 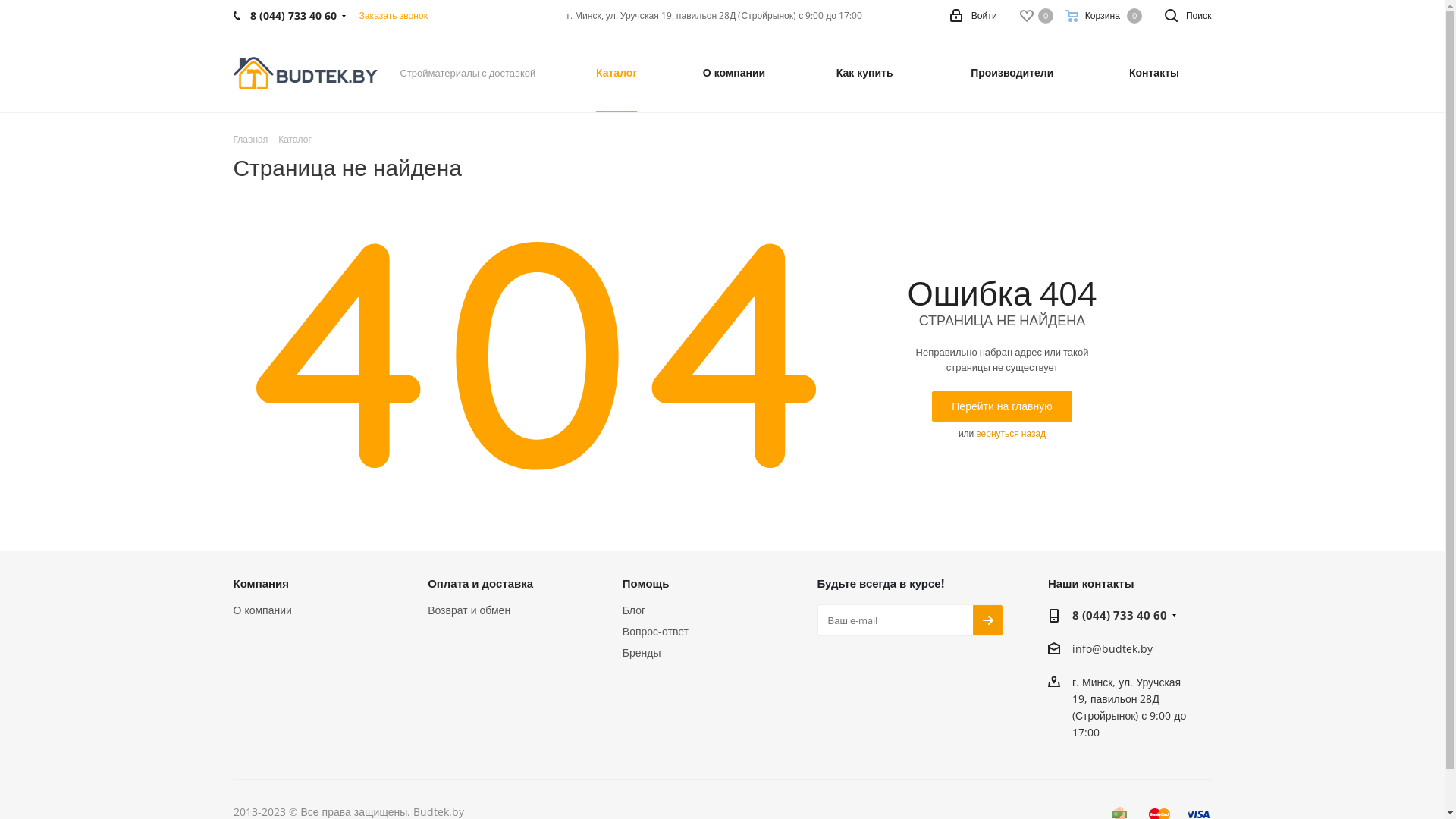 What do you see at coordinates (1112, 648) in the screenshot?
I see `'info@budtek.by'` at bounding box center [1112, 648].